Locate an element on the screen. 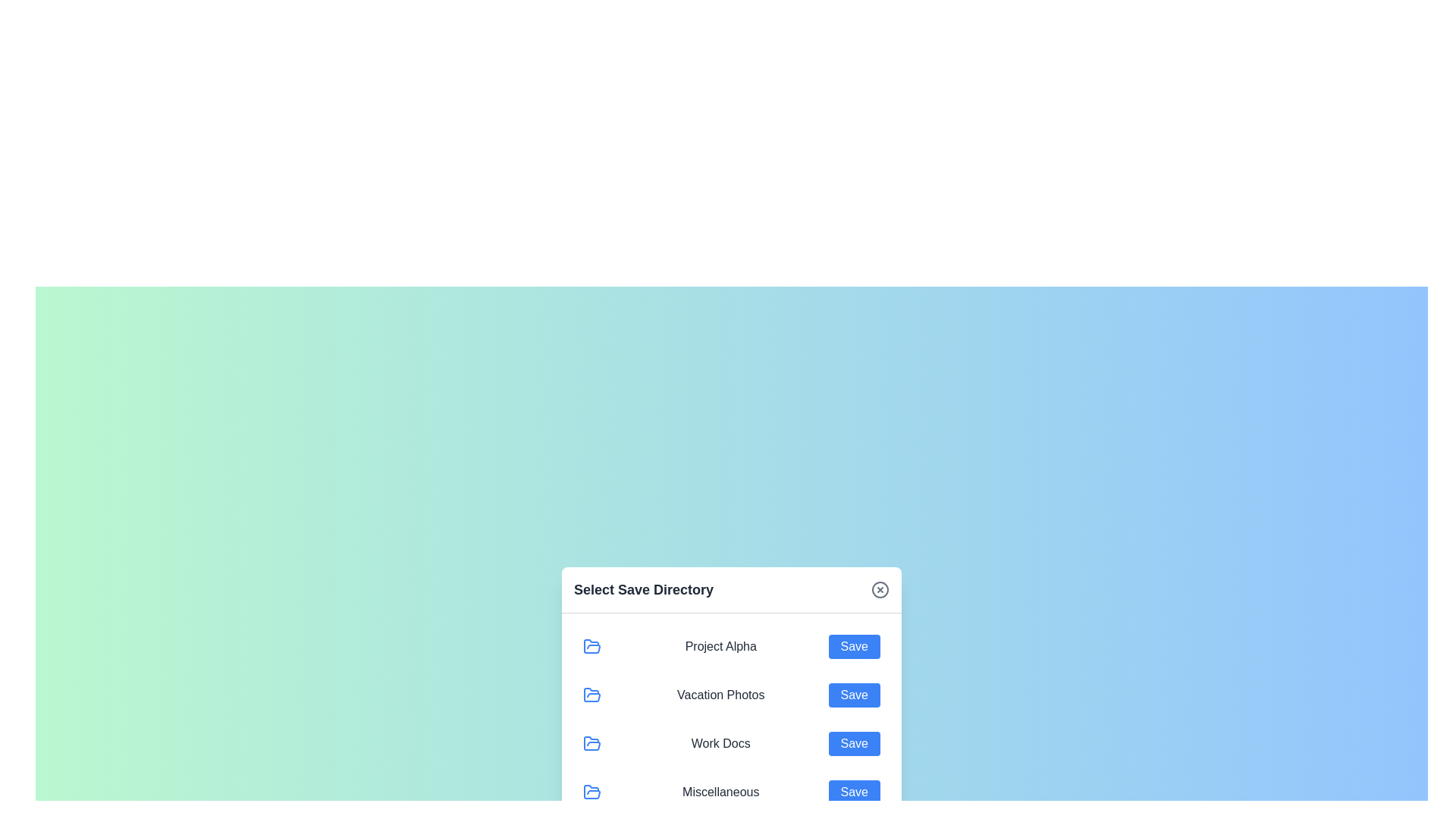 The width and height of the screenshot is (1456, 819). 'Save' button for the directory Vacation Photos is located at coordinates (854, 695).